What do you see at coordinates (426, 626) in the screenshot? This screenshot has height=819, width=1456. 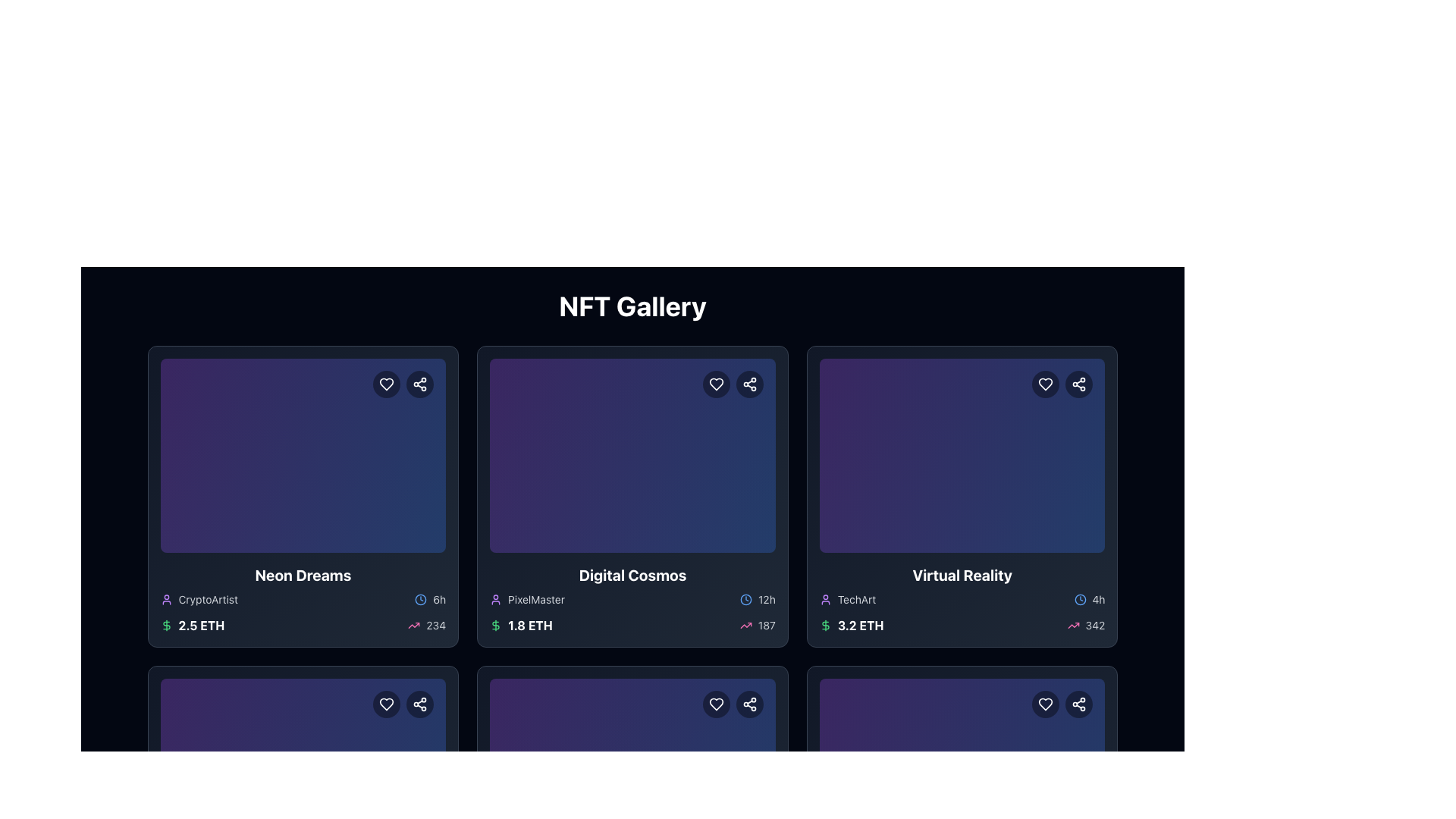 I see `the Text with Icon element that displays a numerical value indicating a count or metric, positioned at the bottom-right of the main card block, adjacent to an upward trend icon` at bounding box center [426, 626].